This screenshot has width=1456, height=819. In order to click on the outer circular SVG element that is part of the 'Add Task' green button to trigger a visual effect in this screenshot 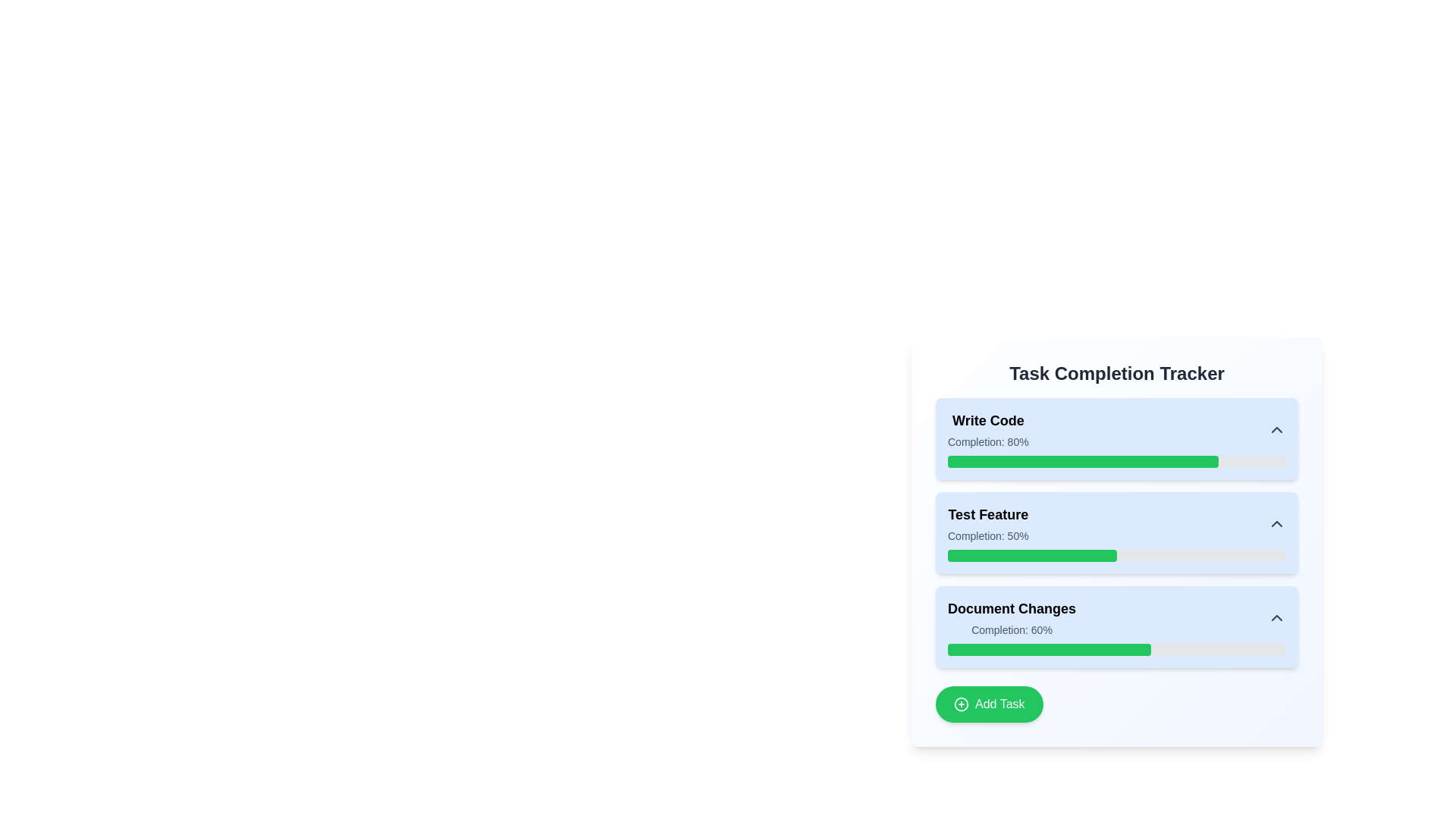, I will do `click(960, 704)`.